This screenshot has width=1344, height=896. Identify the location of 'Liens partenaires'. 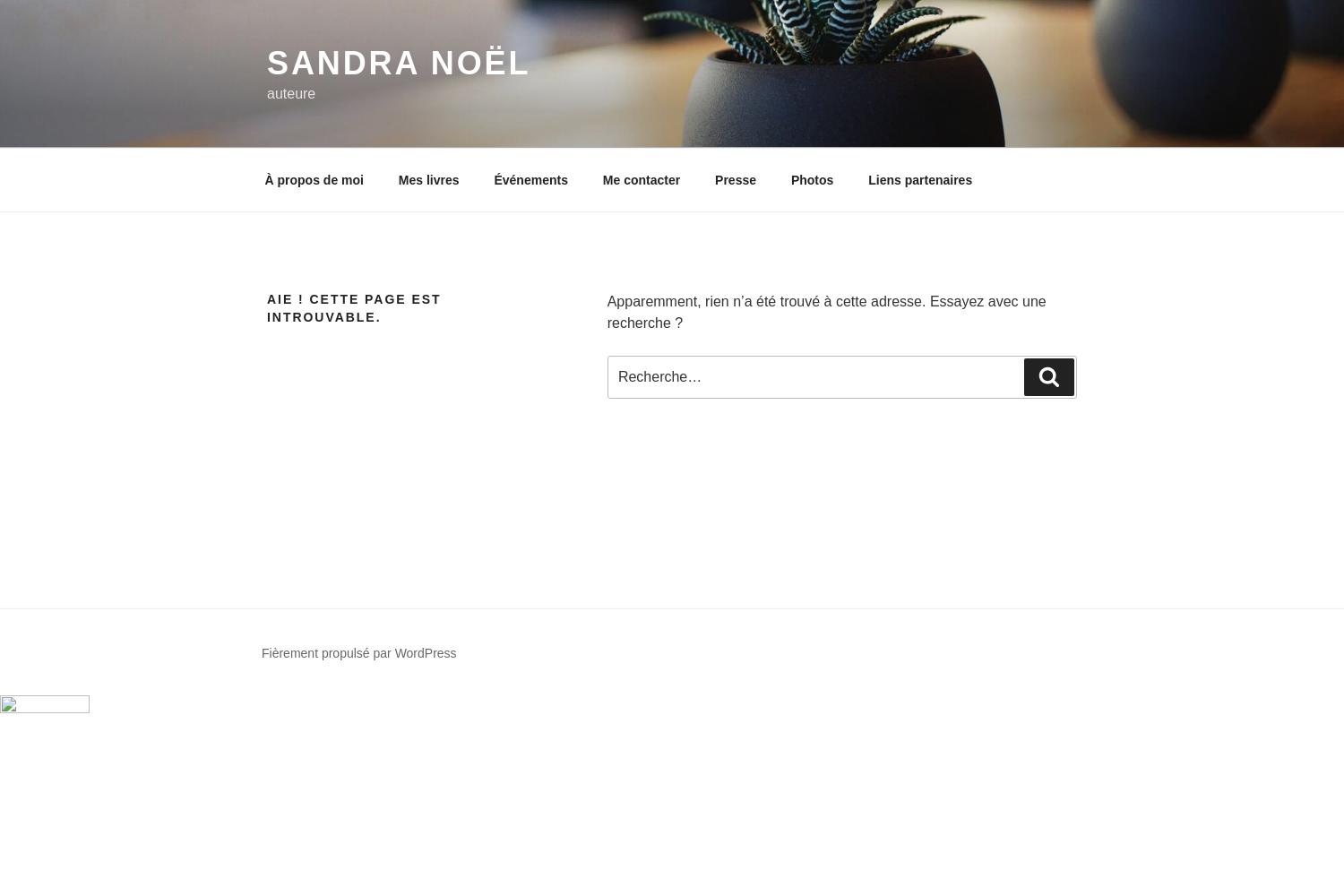
(920, 178).